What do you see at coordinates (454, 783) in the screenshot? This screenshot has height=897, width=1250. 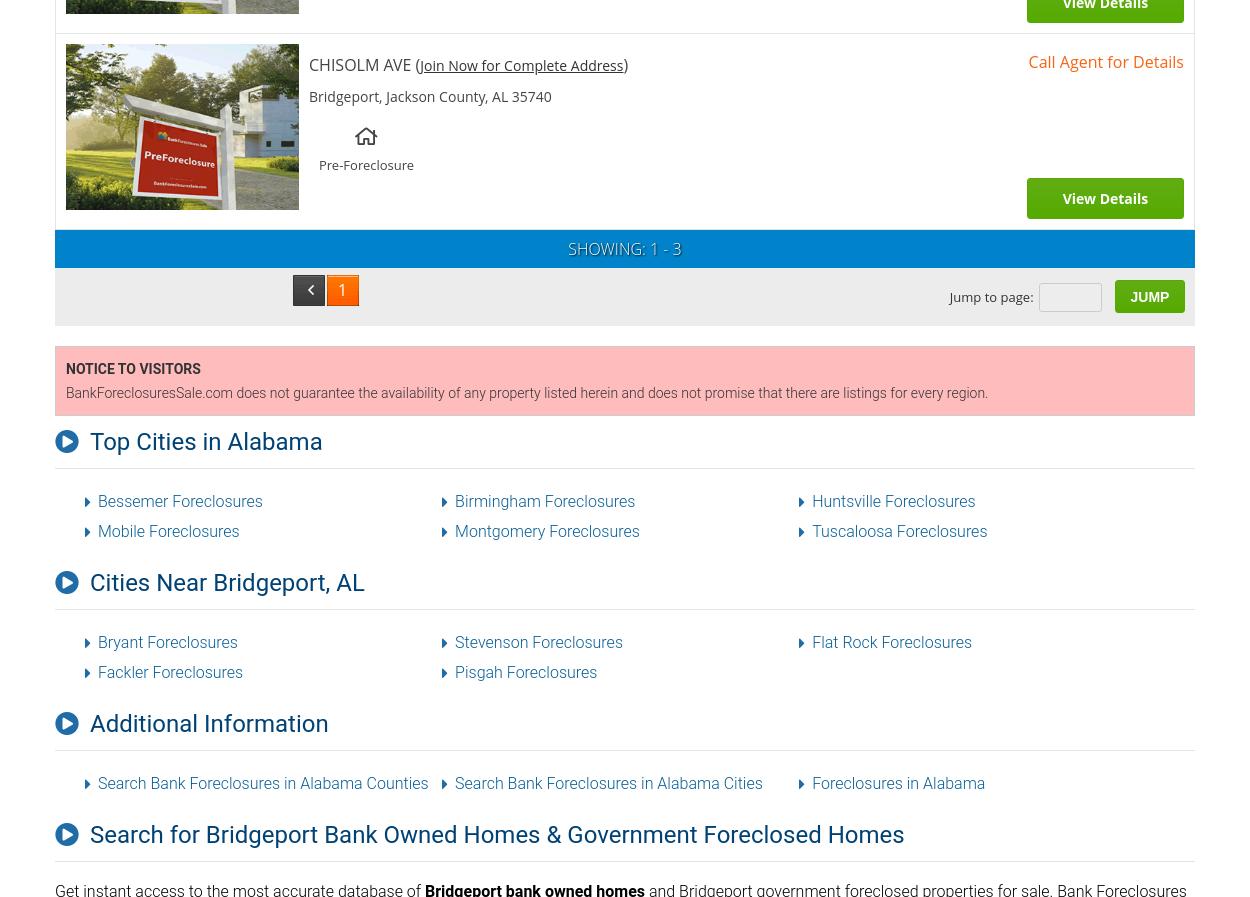 I see `'Search Bank Foreclosures in Alabama Cities'` at bounding box center [454, 783].